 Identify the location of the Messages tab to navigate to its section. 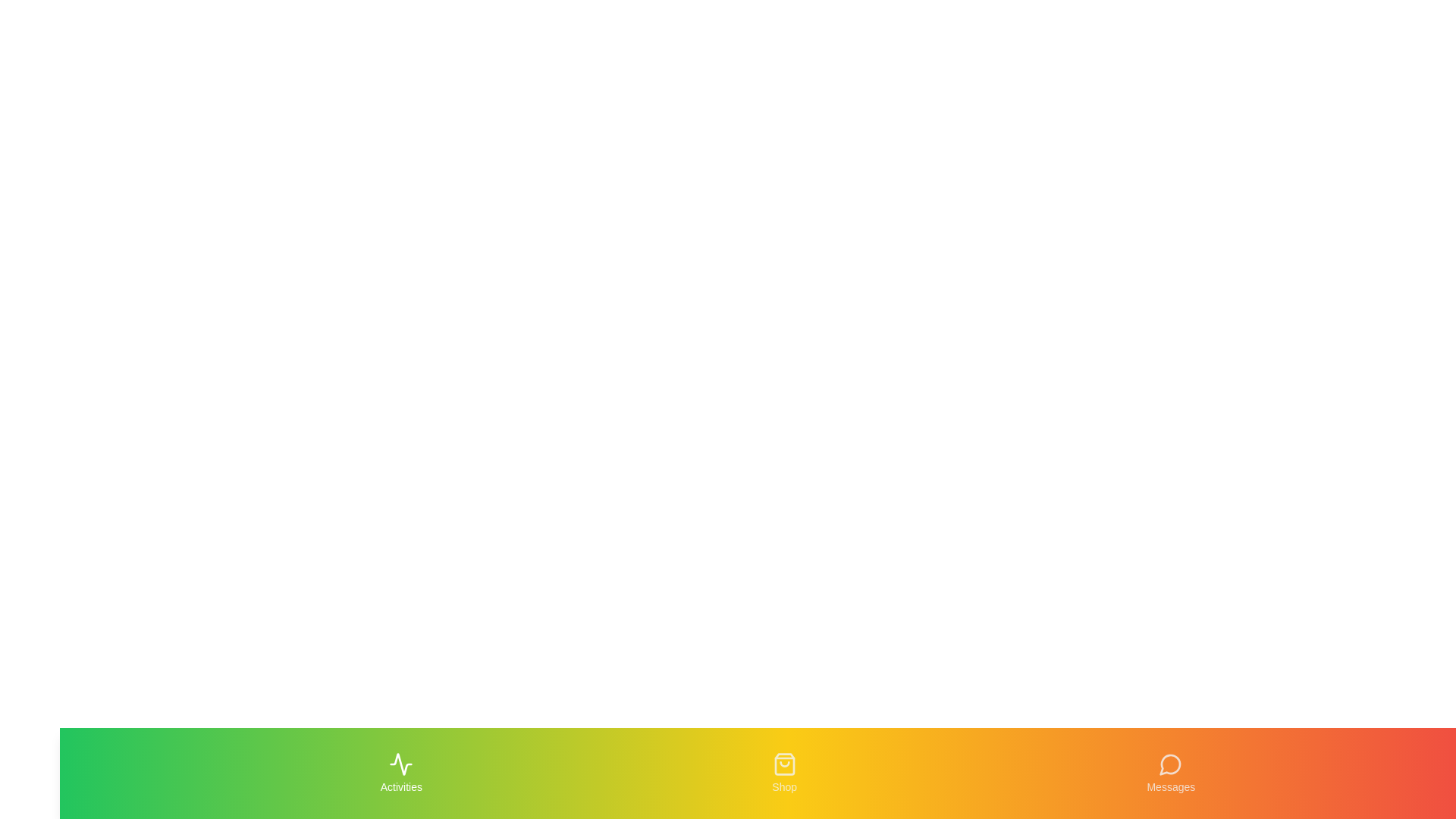
(1170, 773).